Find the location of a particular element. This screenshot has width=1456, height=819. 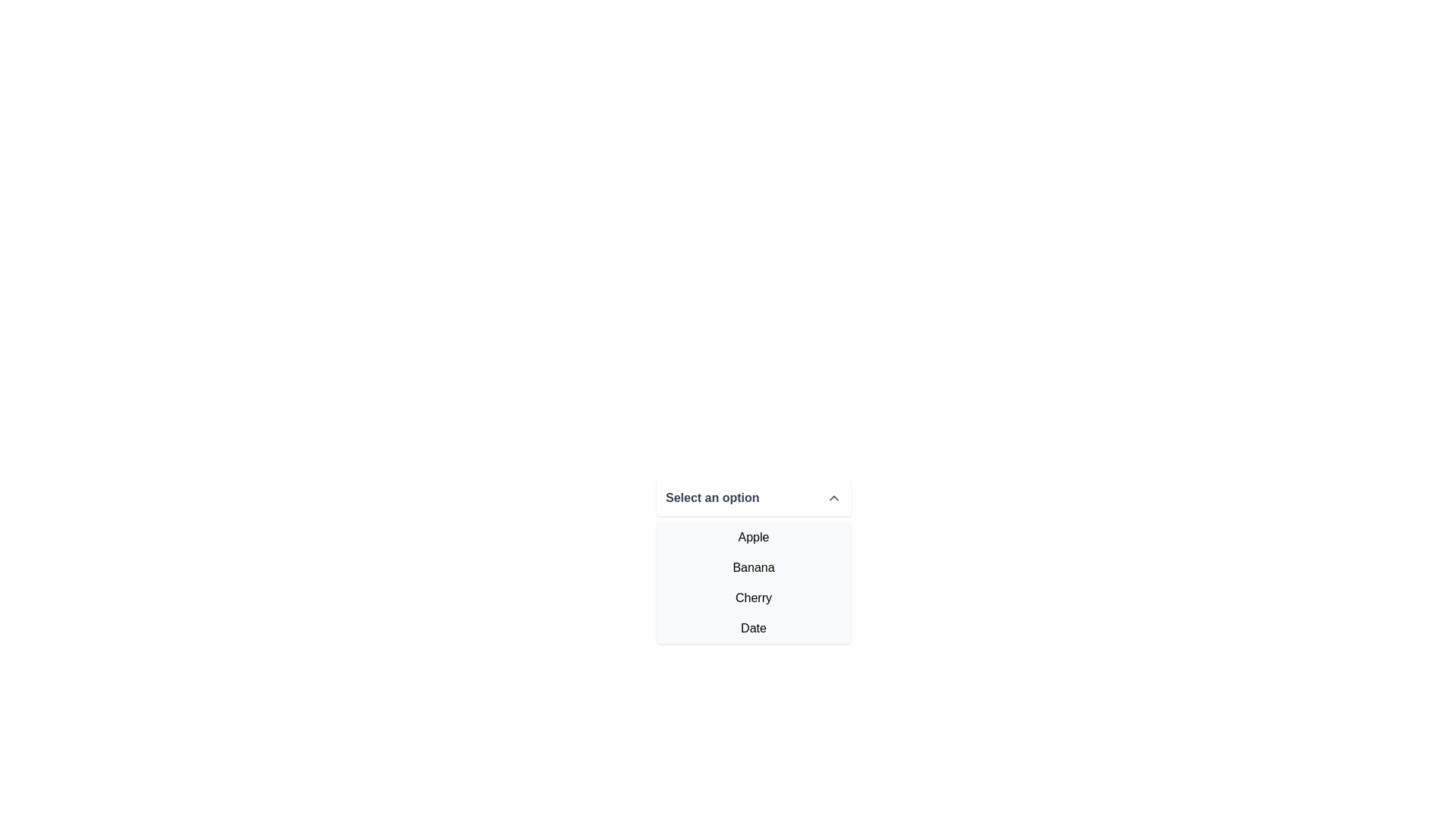

the Dropdown menu header displaying 'Select an option' is located at coordinates (753, 497).